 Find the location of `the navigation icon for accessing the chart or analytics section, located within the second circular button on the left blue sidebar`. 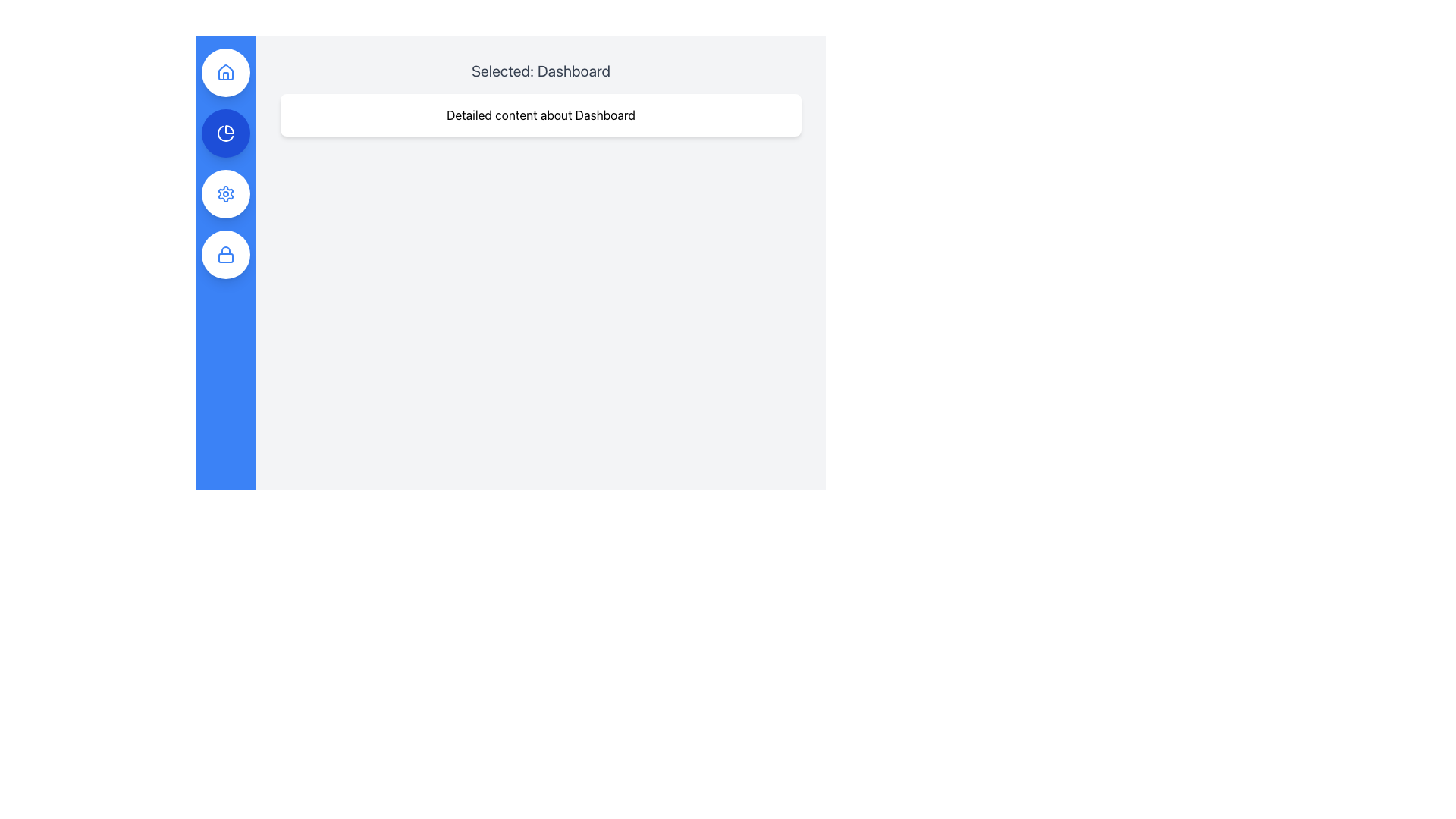

the navigation icon for accessing the chart or analytics section, located within the second circular button on the left blue sidebar is located at coordinates (224, 133).